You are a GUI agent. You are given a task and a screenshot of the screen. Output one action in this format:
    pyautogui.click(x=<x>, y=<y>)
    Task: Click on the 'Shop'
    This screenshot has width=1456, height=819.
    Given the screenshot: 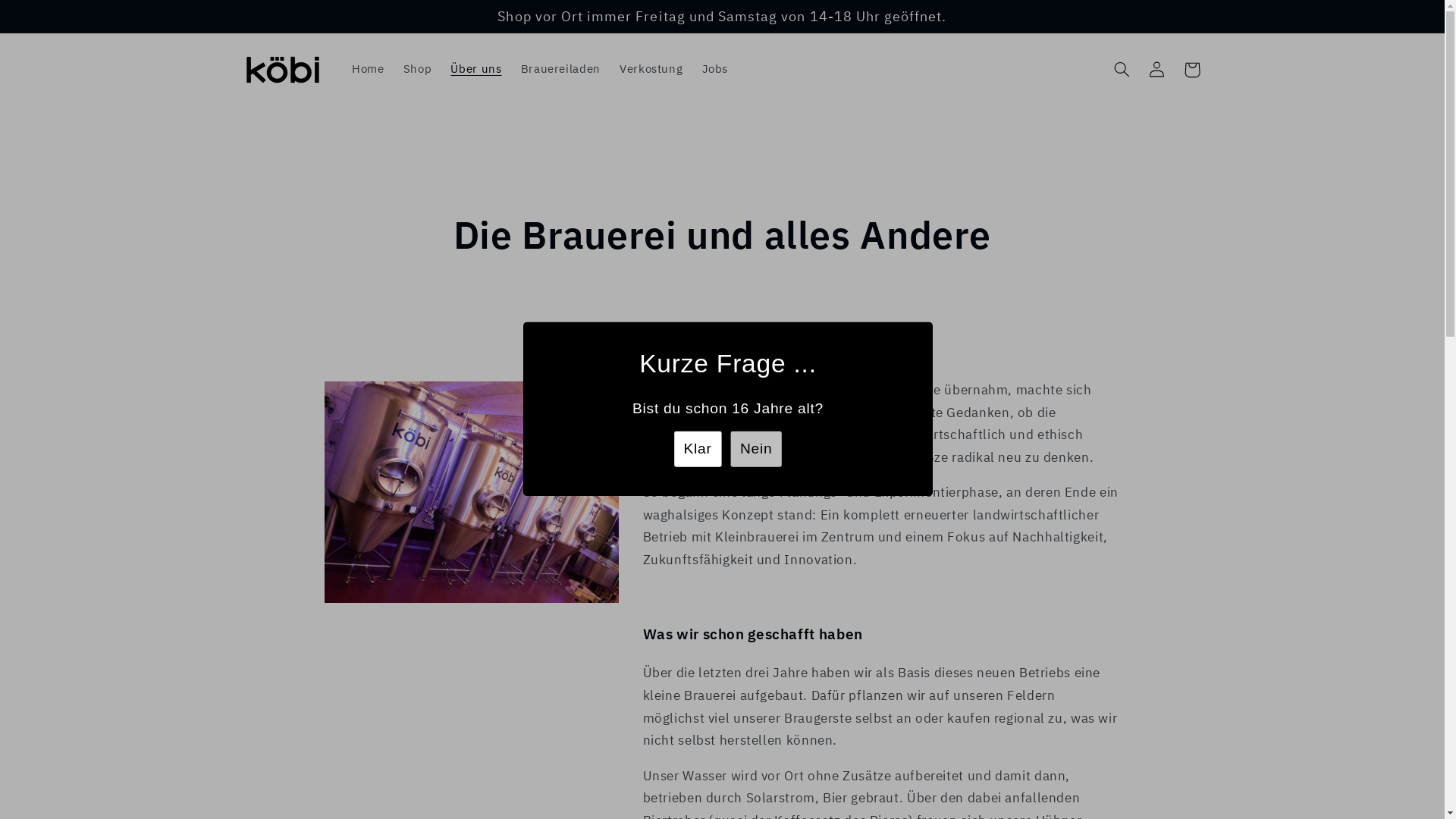 What is the action you would take?
    pyautogui.click(x=417, y=70)
    